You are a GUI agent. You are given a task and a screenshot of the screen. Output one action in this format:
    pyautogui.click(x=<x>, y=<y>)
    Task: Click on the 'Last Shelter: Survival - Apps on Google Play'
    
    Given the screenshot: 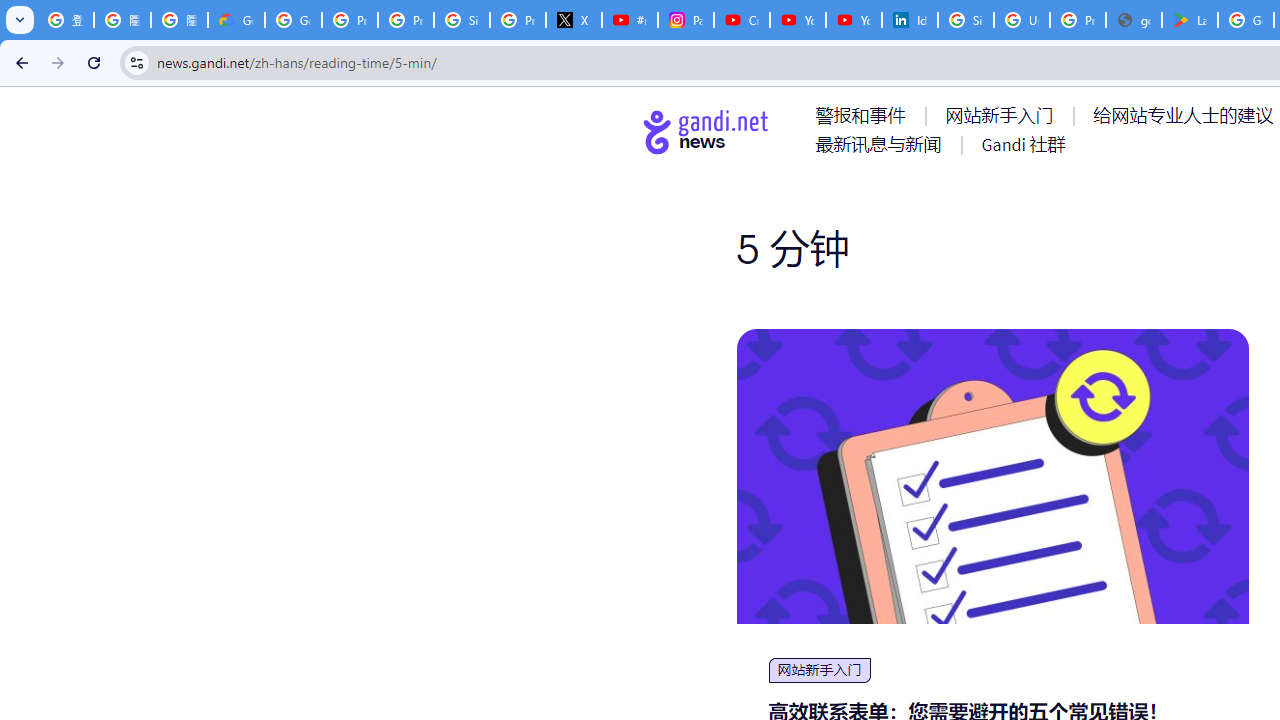 What is the action you would take?
    pyautogui.click(x=1190, y=20)
    